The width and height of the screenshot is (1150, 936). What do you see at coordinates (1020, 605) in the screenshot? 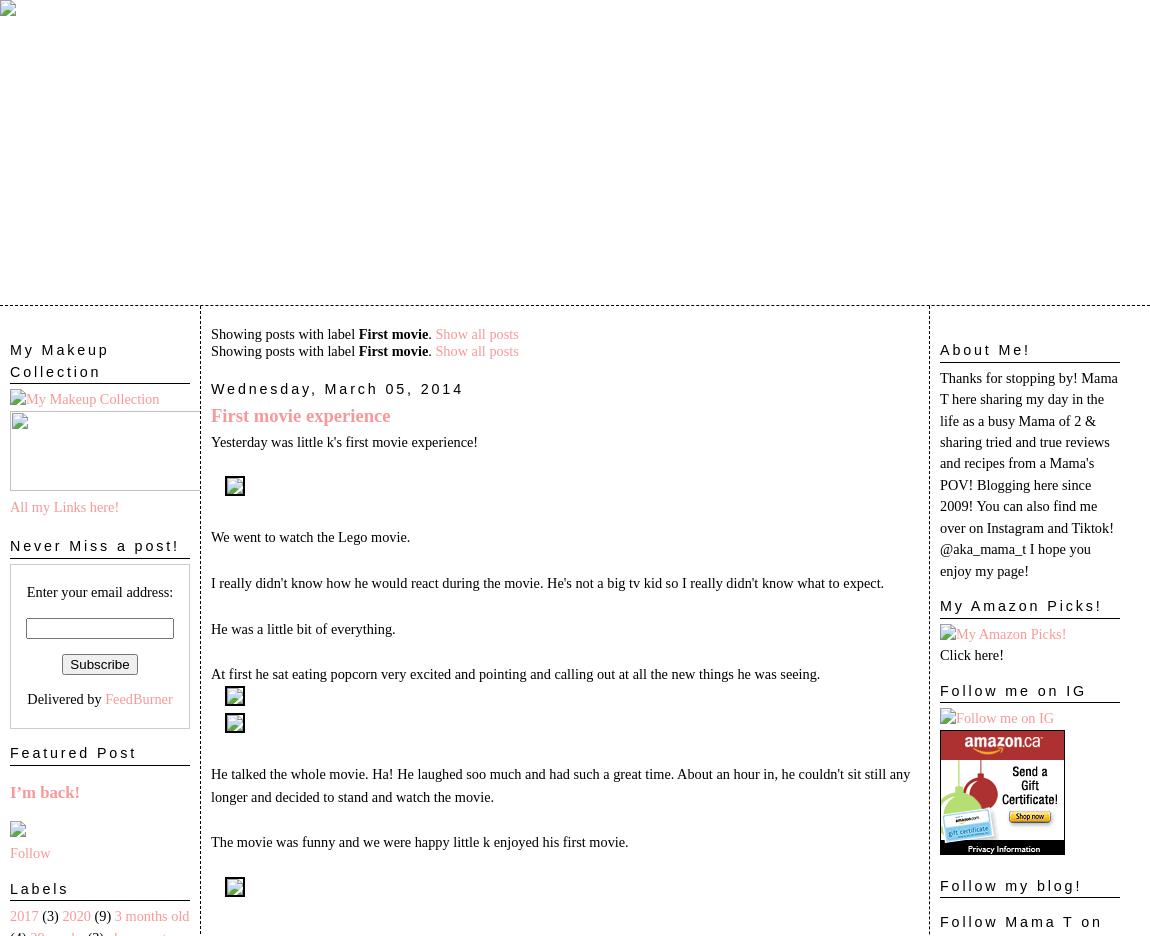
I see `'My Amazon Picks!'` at bounding box center [1020, 605].